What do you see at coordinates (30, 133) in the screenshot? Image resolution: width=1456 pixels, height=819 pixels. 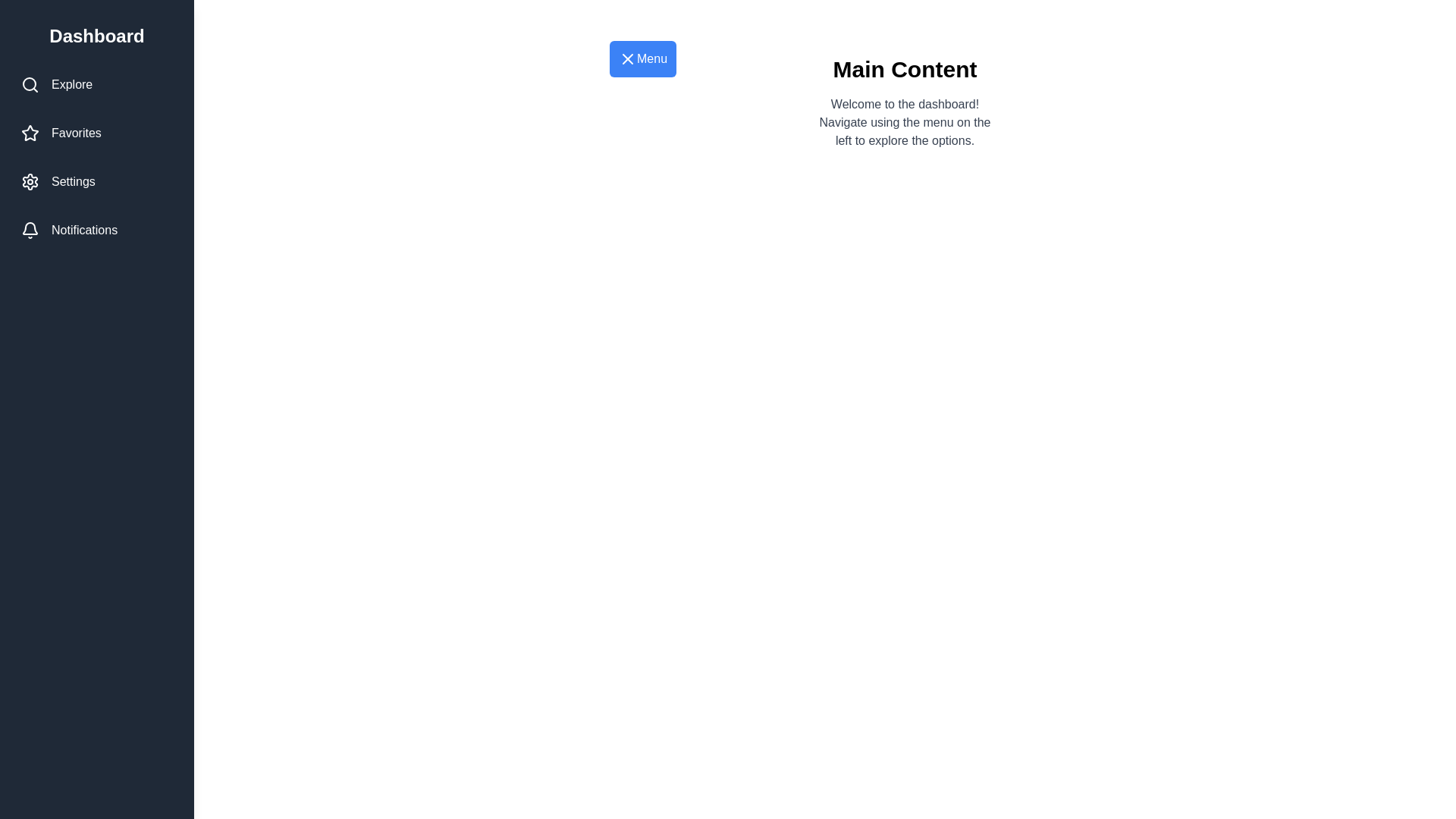 I see `the star-shaped icon for the 'Favorites' menu item located in the vertical menu on the dark sidebar` at bounding box center [30, 133].